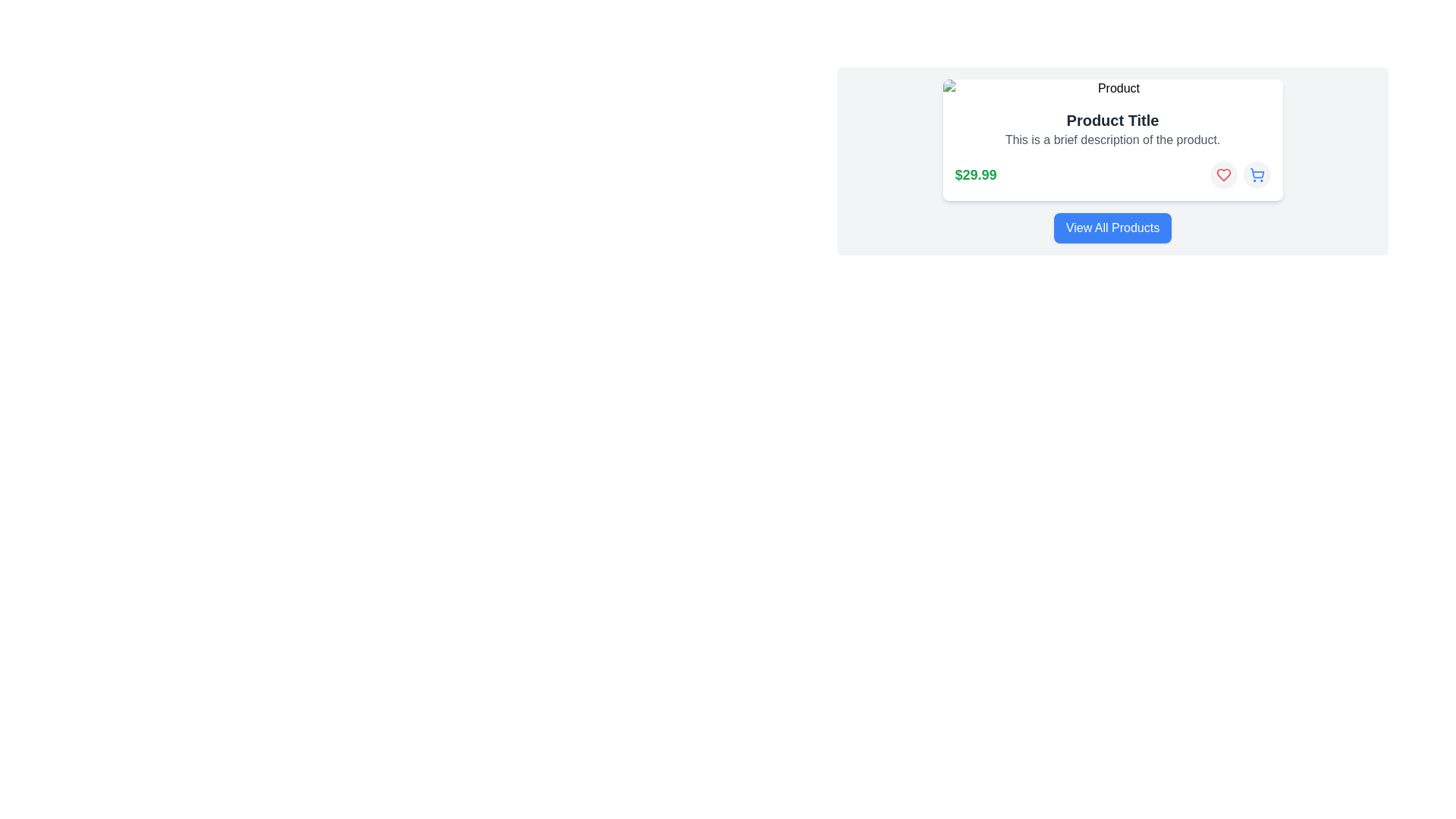  What do you see at coordinates (1223, 174) in the screenshot?
I see `the circular button with a light gray background and a heart-shaped icon outlined in red` at bounding box center [1223, 174].